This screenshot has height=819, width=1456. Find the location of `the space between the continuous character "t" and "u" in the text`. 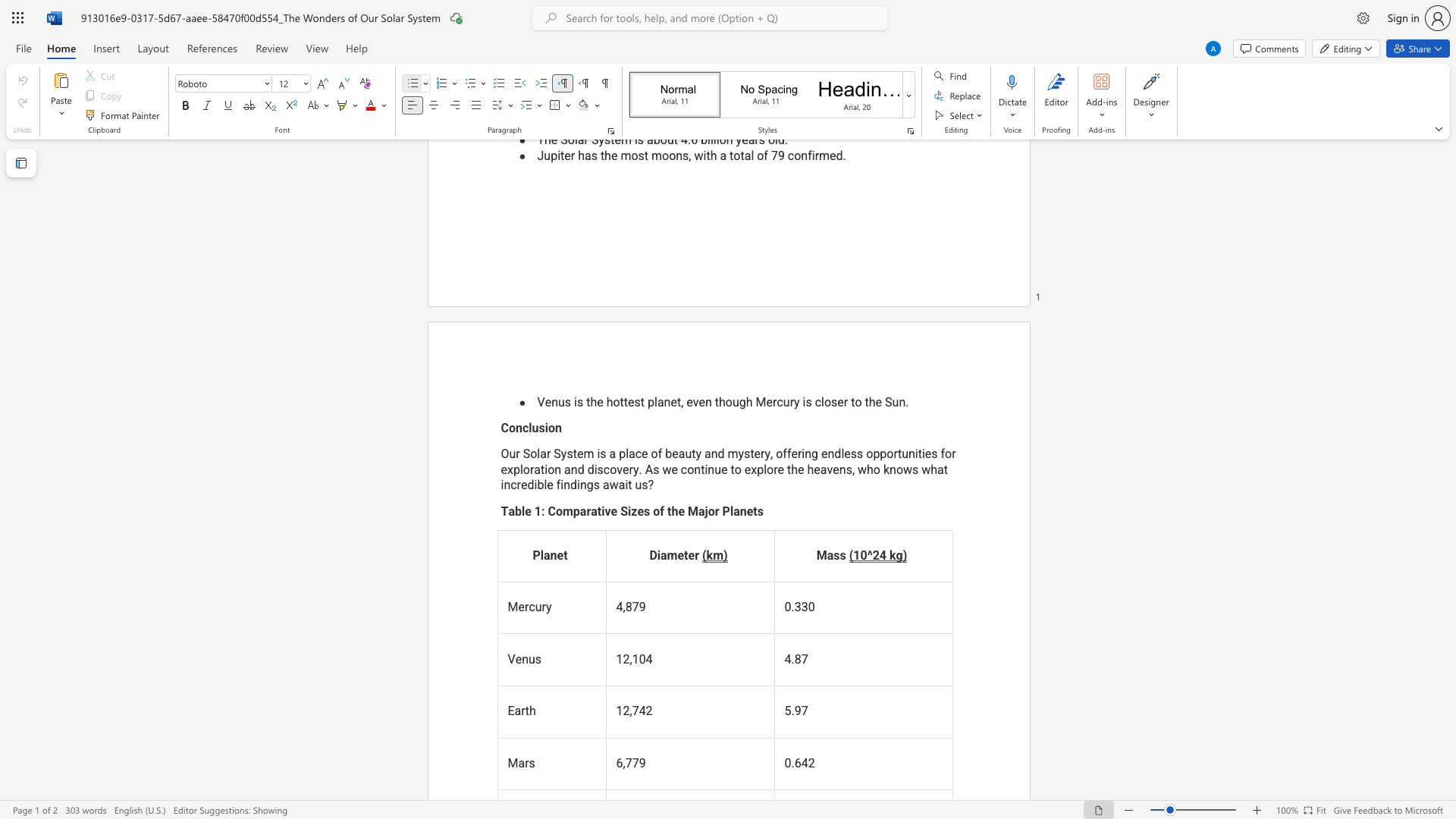

the space between the continuous character "t" and "u" in the text is located at coordinates (902, 453).